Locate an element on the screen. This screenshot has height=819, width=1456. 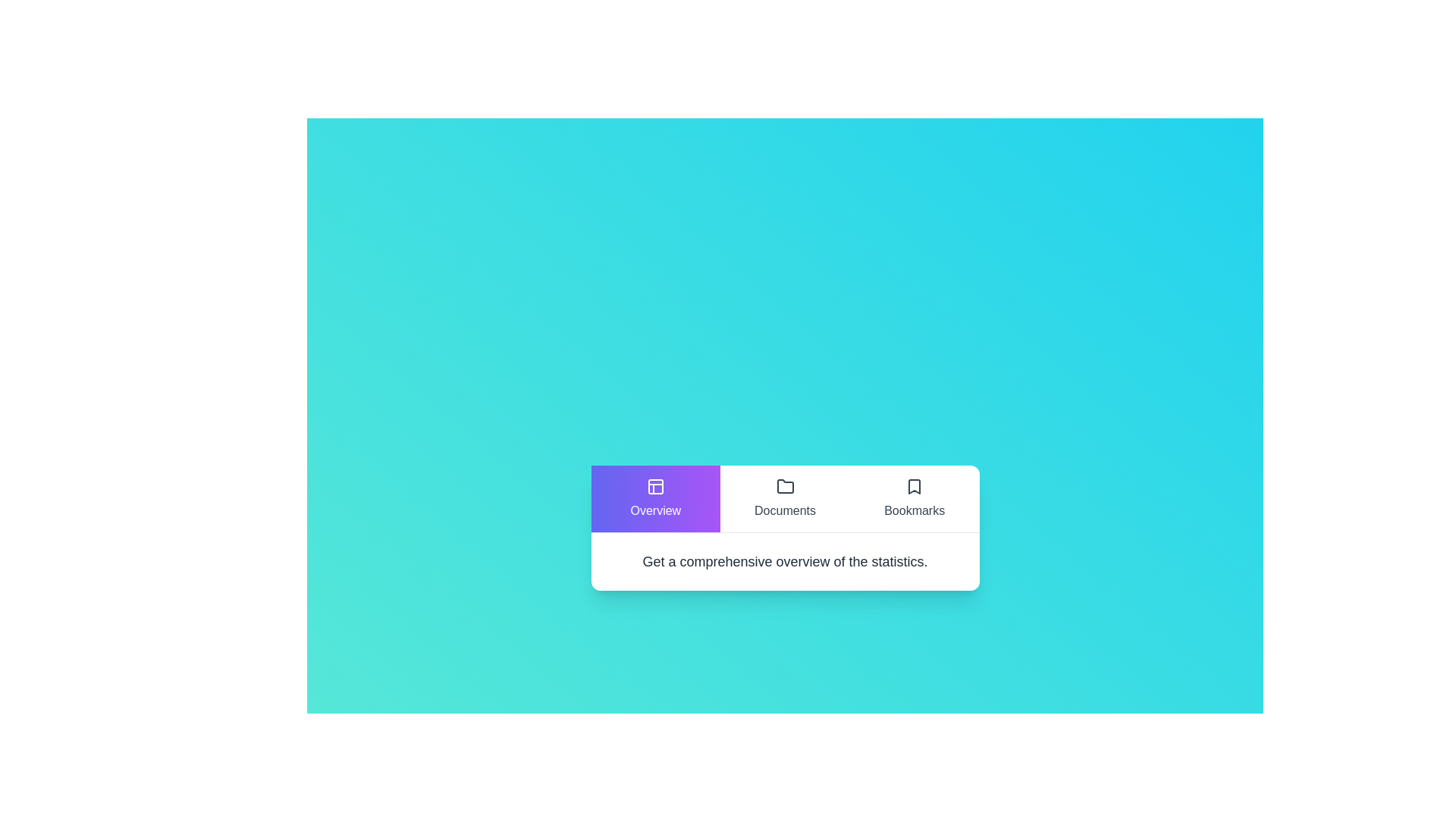
the header of the tab labeled Bookmarks to switch to that tab is located at coordinates (914, 498).